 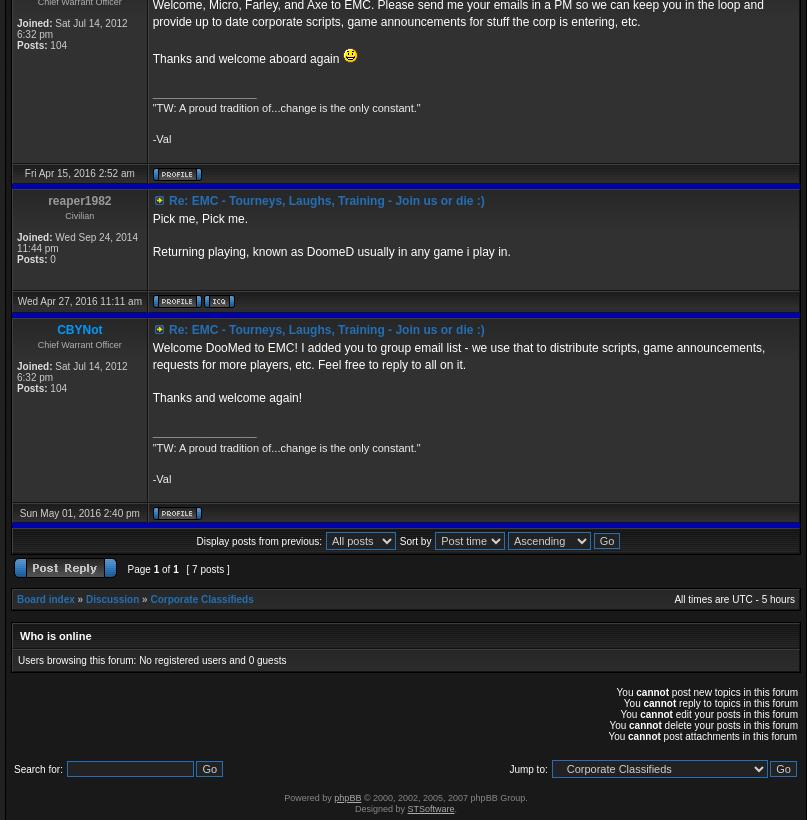 I want to click on 'Thanks and welcome again!', so click(x=227, y=398).